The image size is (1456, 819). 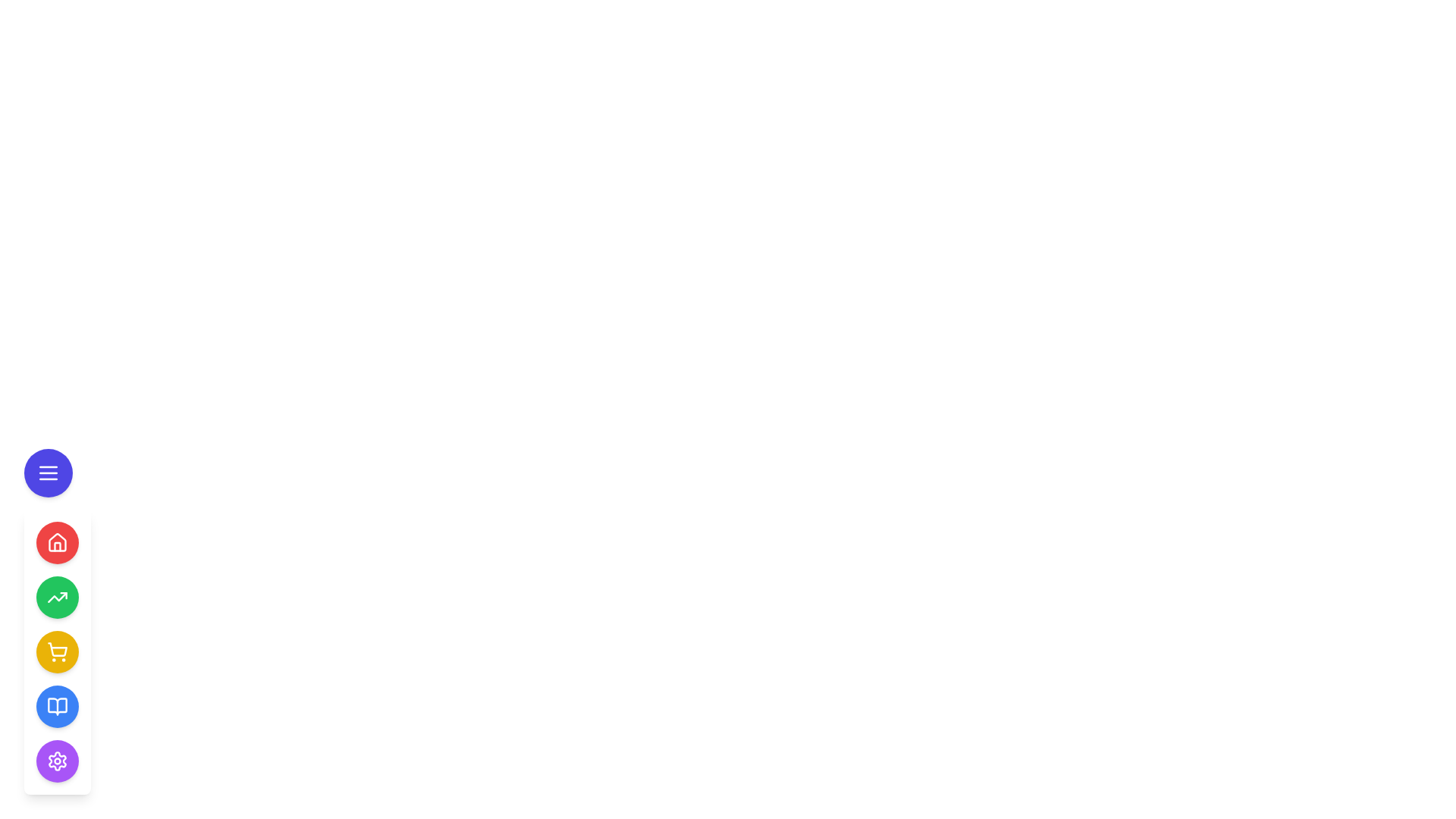 What do you see at coordinates (58, 707) in the screenshot?
I see `the open book icon button located in the vertical navigation bar` at bounding box center [58, 707].